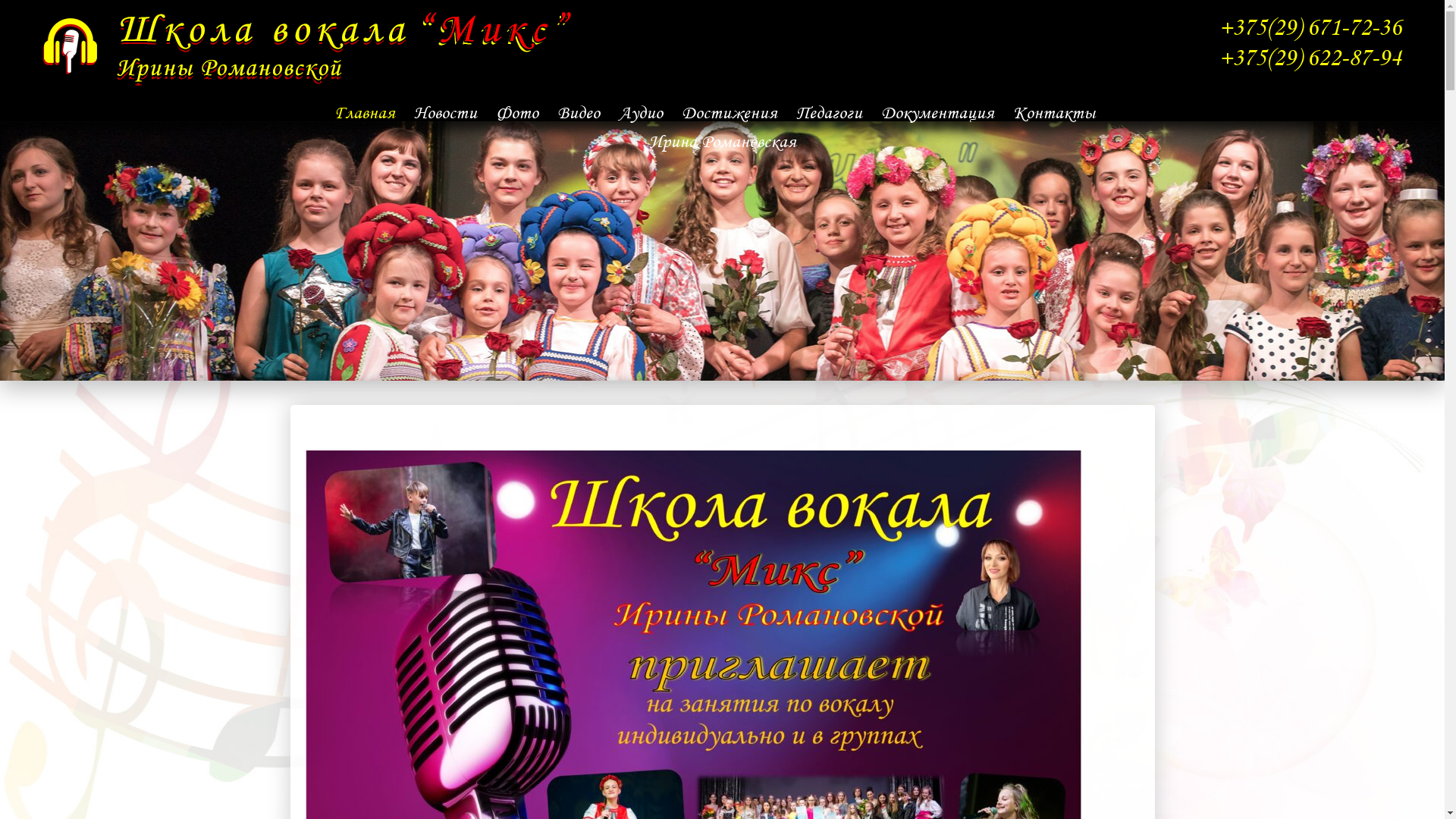 The image size is (1456, 819). Describe the element at coordinates (1219, 27) in the screenshot. I see `'+375(29) 671-72-36'` at that location.